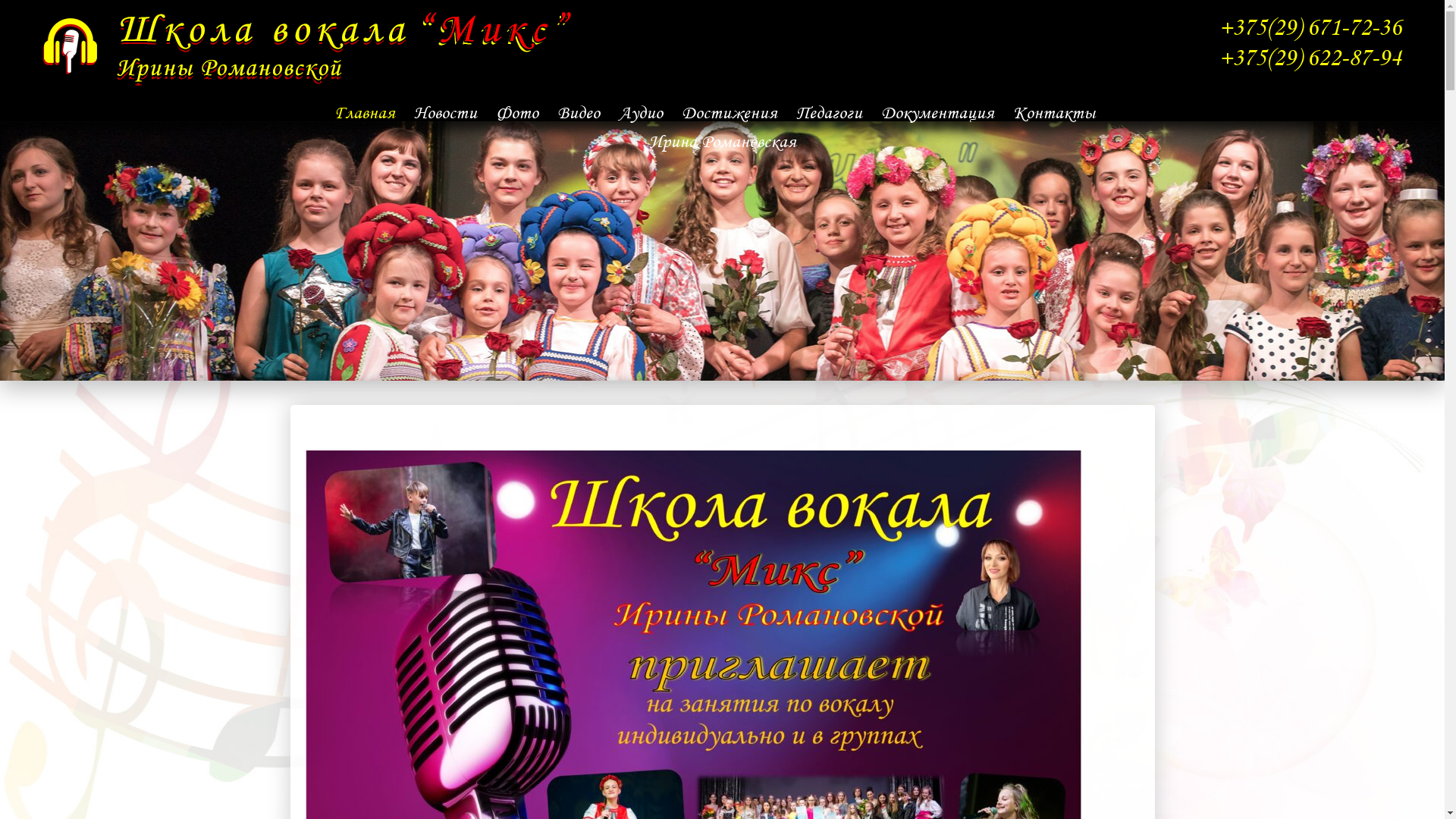 The image size is (1456, 819). Describe the element at coordinates (1219, 27) in the screenshot. I see `'+375(29) 671-72-36'` at that location.